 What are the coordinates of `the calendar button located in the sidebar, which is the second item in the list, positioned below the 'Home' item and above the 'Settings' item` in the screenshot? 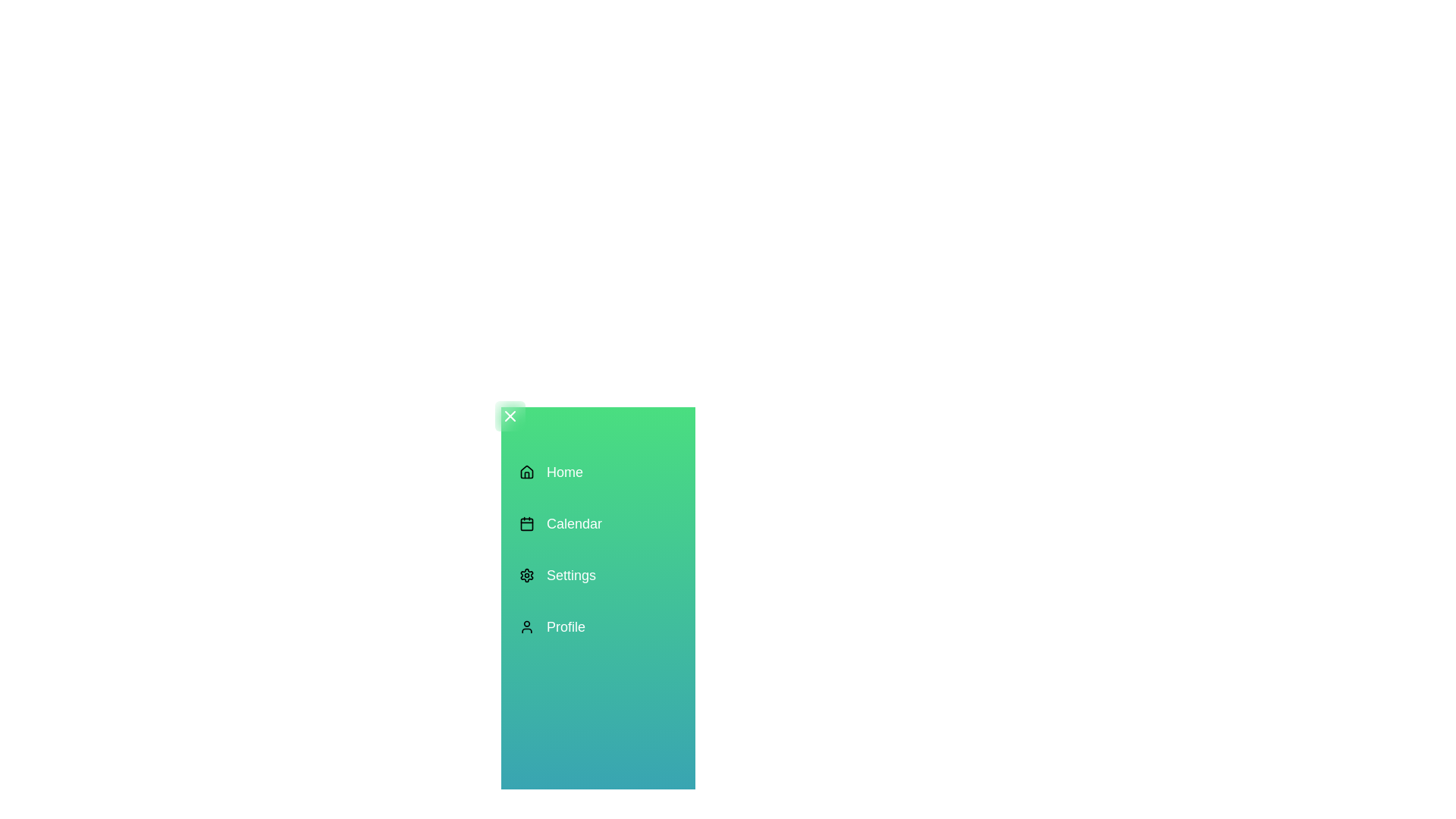 It's located at (560, 522).